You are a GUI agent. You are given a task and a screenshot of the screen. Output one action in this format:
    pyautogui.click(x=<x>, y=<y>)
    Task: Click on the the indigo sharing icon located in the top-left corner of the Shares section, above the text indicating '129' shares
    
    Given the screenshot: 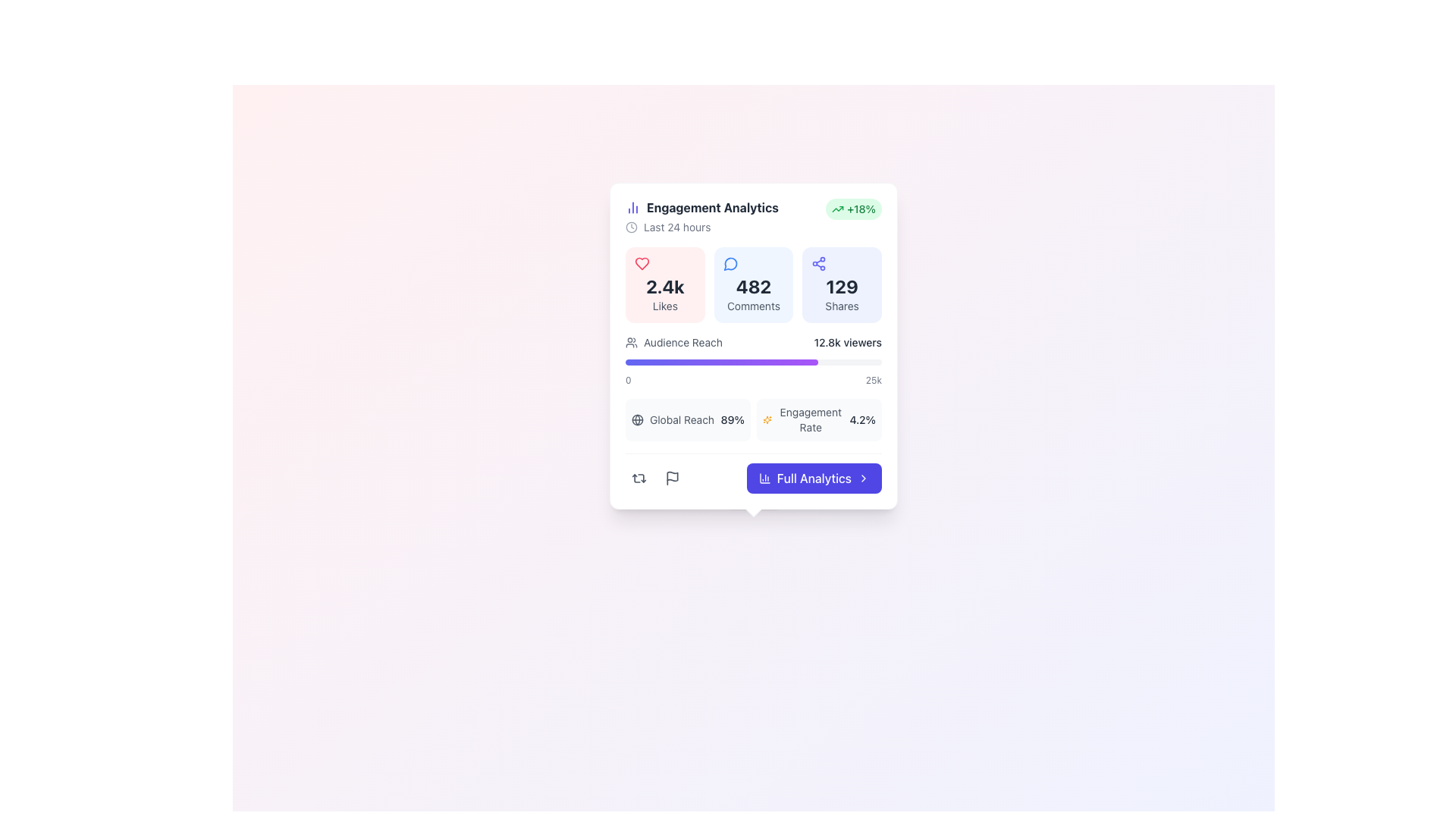 What is the action you would take?
    pyautogui.click(x=818, y=262)
    